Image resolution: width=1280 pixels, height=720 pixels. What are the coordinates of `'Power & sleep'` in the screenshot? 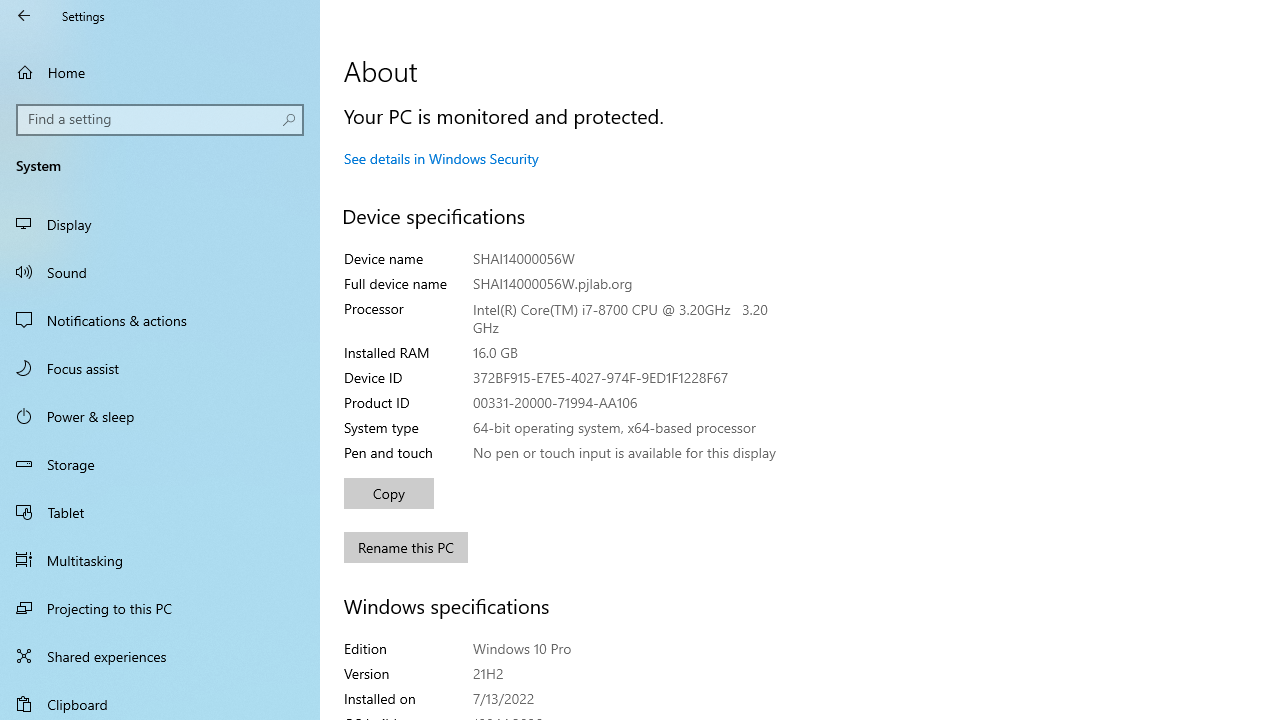 It's located at (160, 414).